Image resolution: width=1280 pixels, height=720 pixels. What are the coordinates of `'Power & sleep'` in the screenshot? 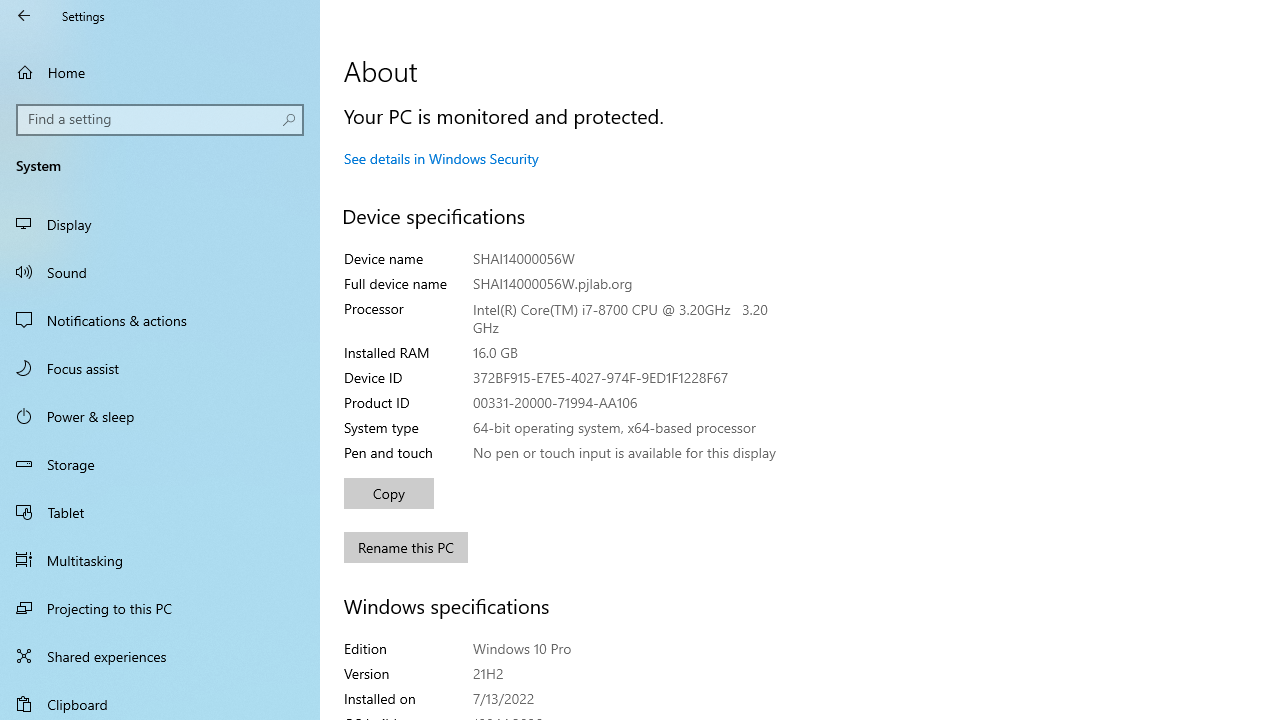 It's located at (160, 414).